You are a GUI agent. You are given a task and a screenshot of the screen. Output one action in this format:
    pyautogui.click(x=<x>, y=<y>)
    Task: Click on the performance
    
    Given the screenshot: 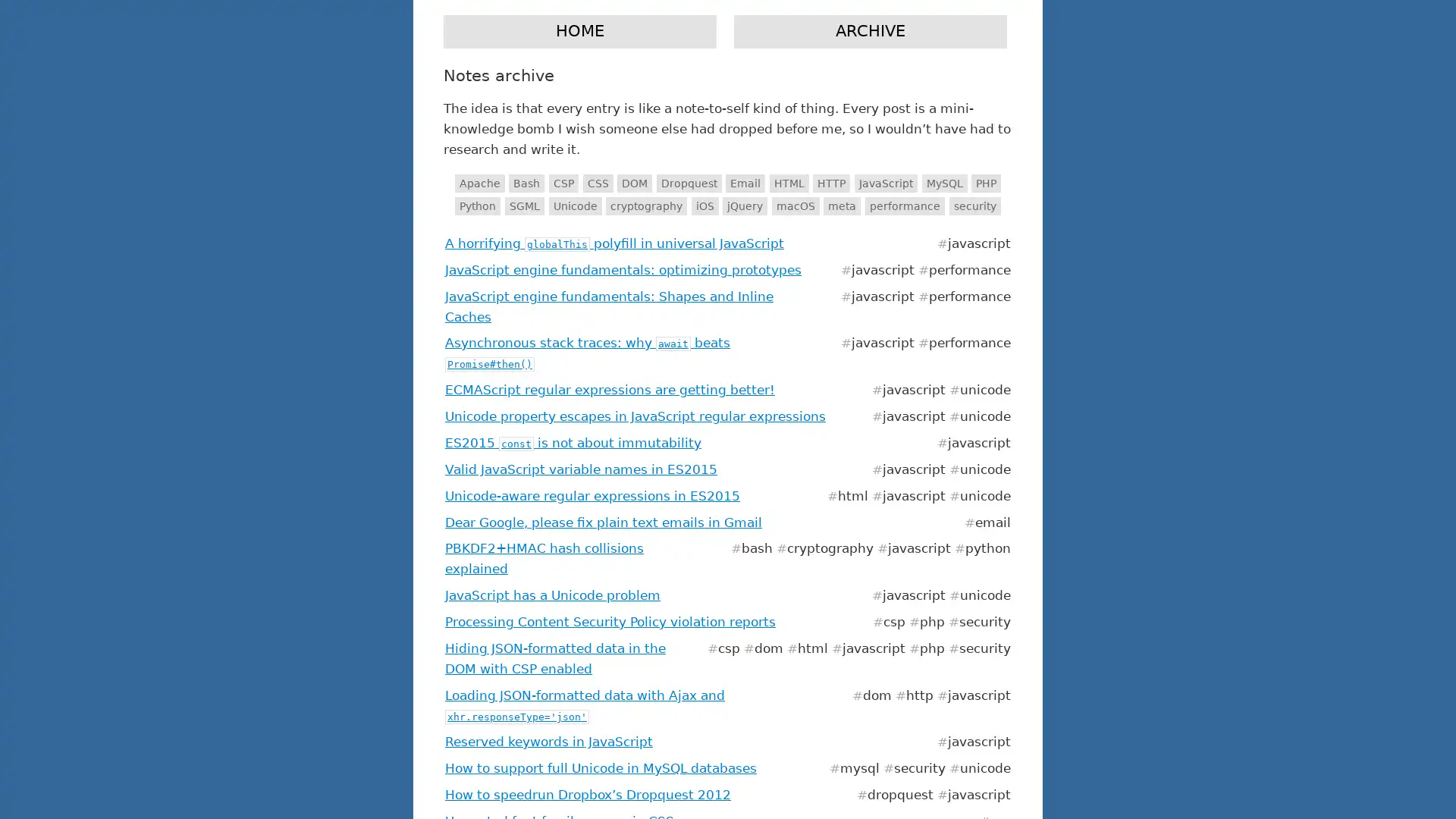 What is the action you would take?
    pyautogui.click(x=905, y=206)
    